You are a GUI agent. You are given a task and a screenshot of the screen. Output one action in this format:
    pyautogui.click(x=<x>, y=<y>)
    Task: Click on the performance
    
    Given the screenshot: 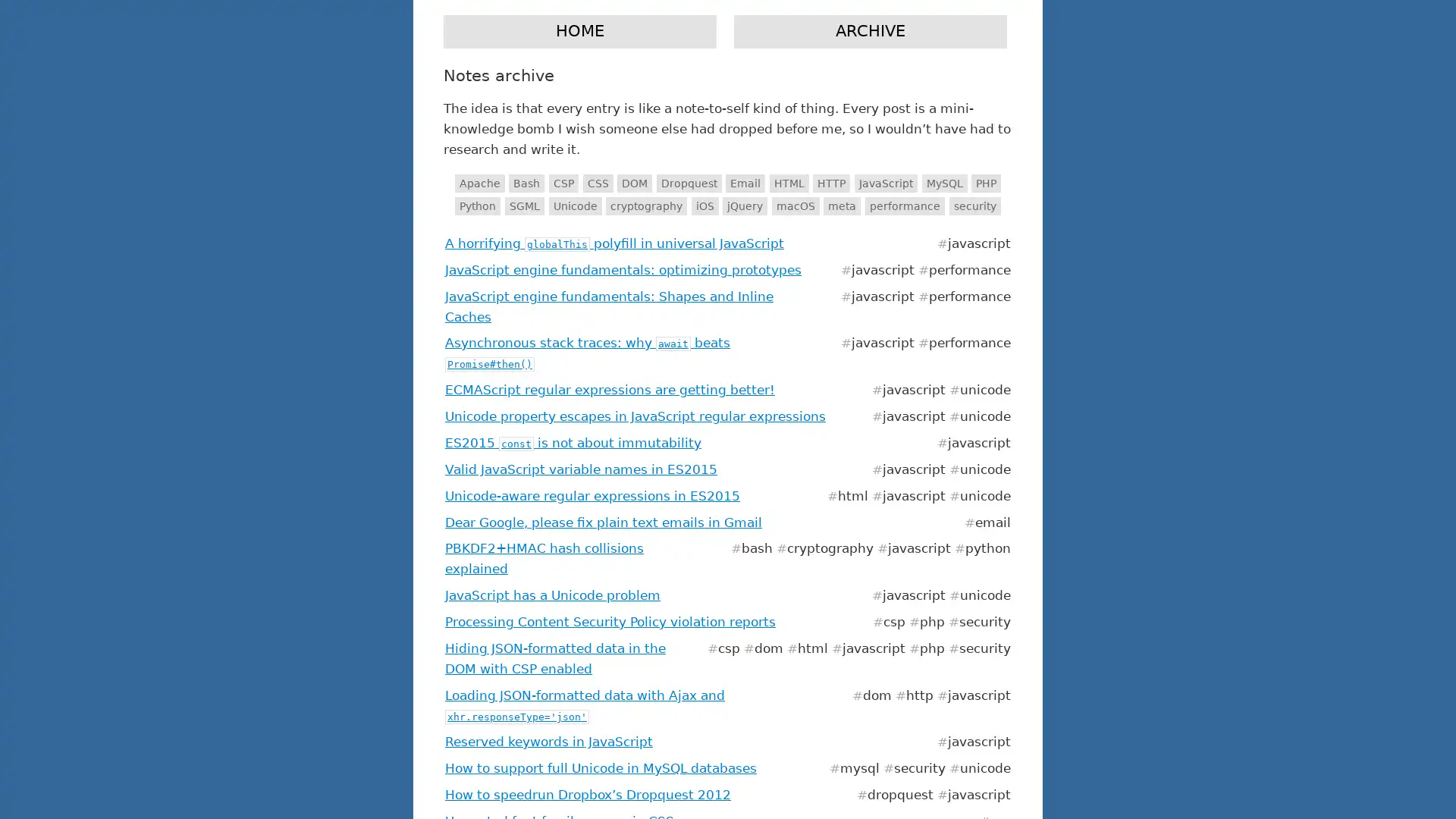 What is the action you would take?
    pyautogui.click(x=905, y=206)
    